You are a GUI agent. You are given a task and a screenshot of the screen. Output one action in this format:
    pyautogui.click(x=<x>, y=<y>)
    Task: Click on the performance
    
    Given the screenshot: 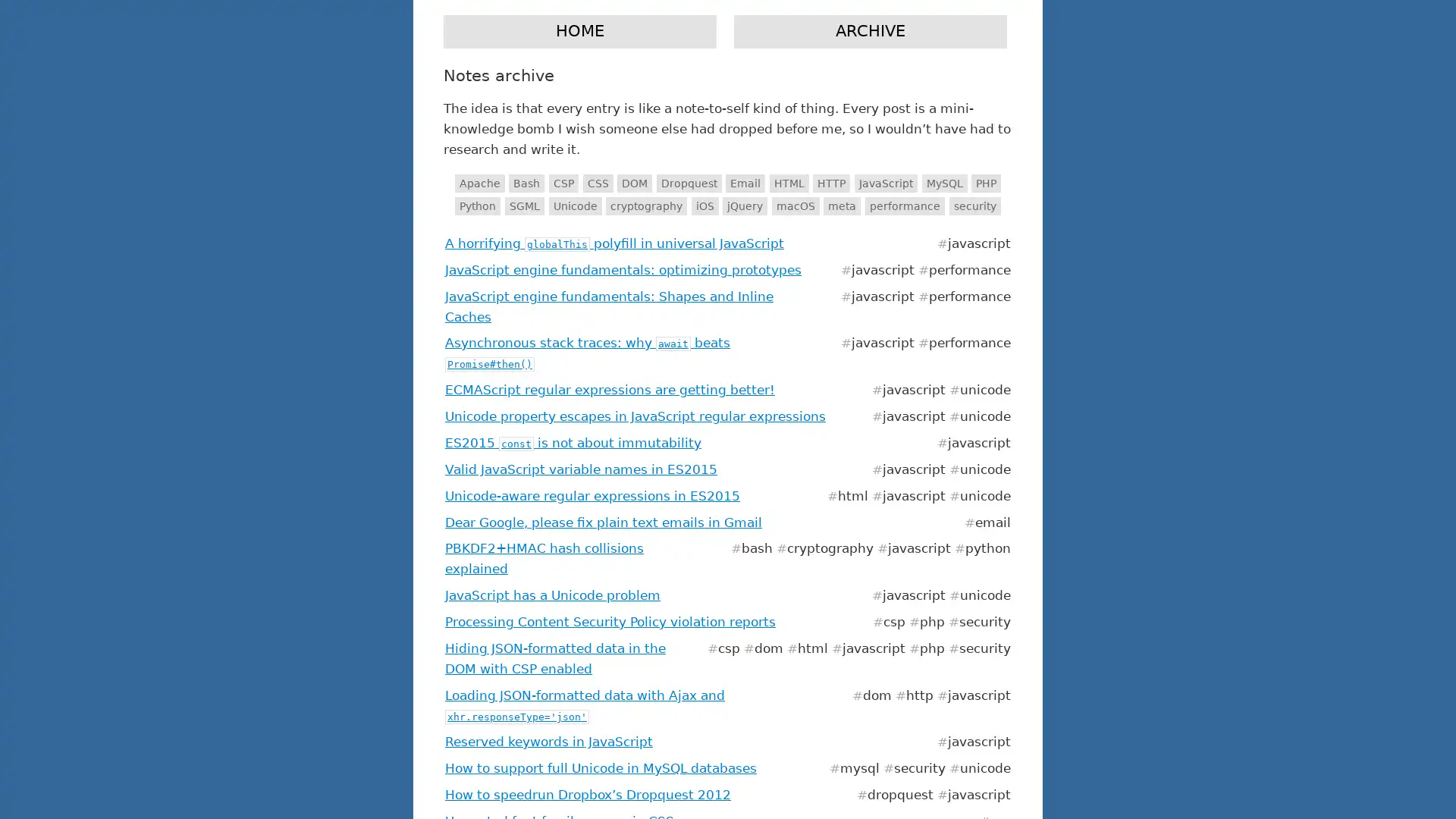 What is the action you would take?
    pyautogui.click(x=905, y=206)
    